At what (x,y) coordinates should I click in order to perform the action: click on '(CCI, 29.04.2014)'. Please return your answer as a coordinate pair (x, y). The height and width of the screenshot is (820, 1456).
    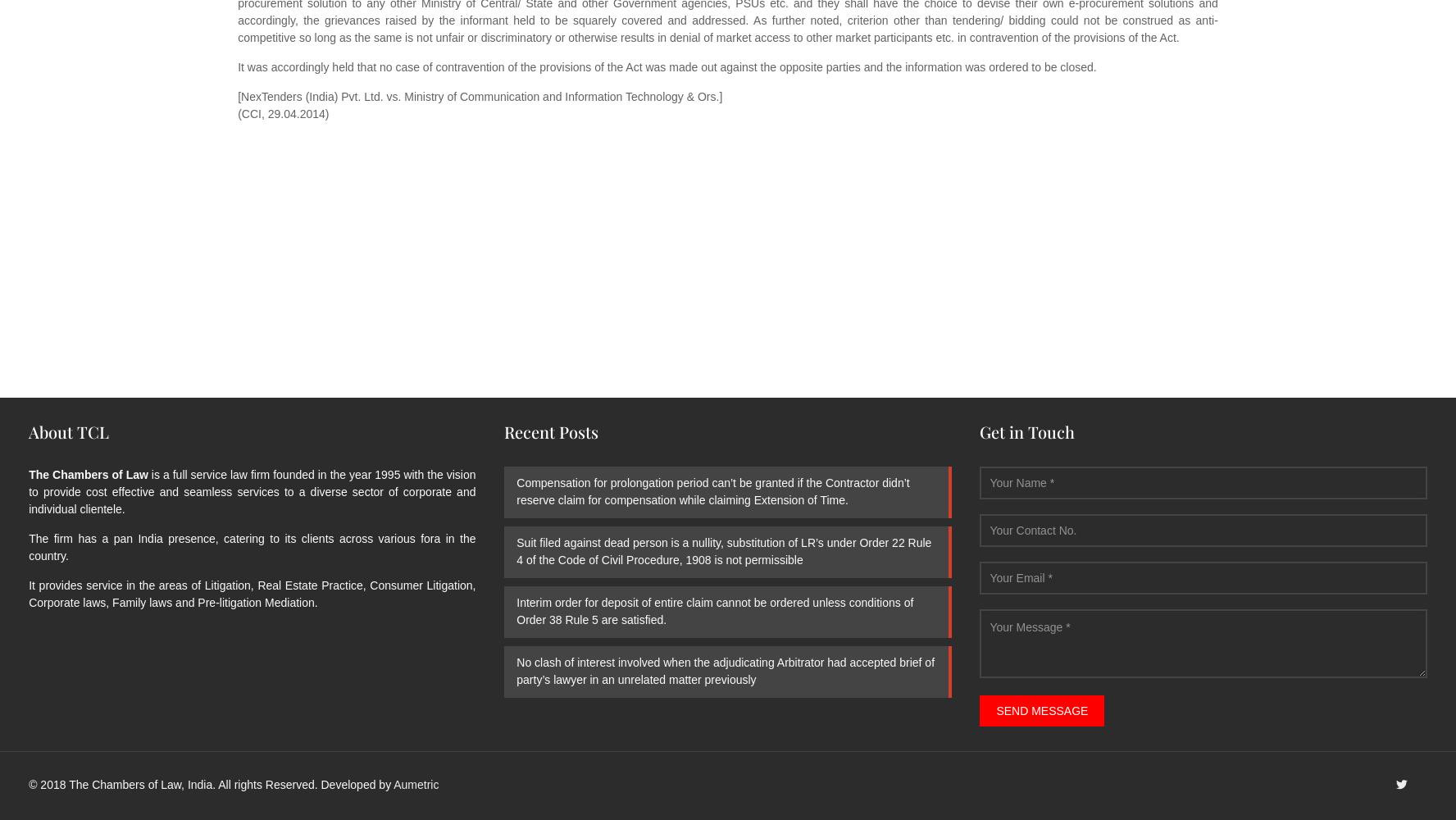
    Looking at the image, I should click on (282, 114).